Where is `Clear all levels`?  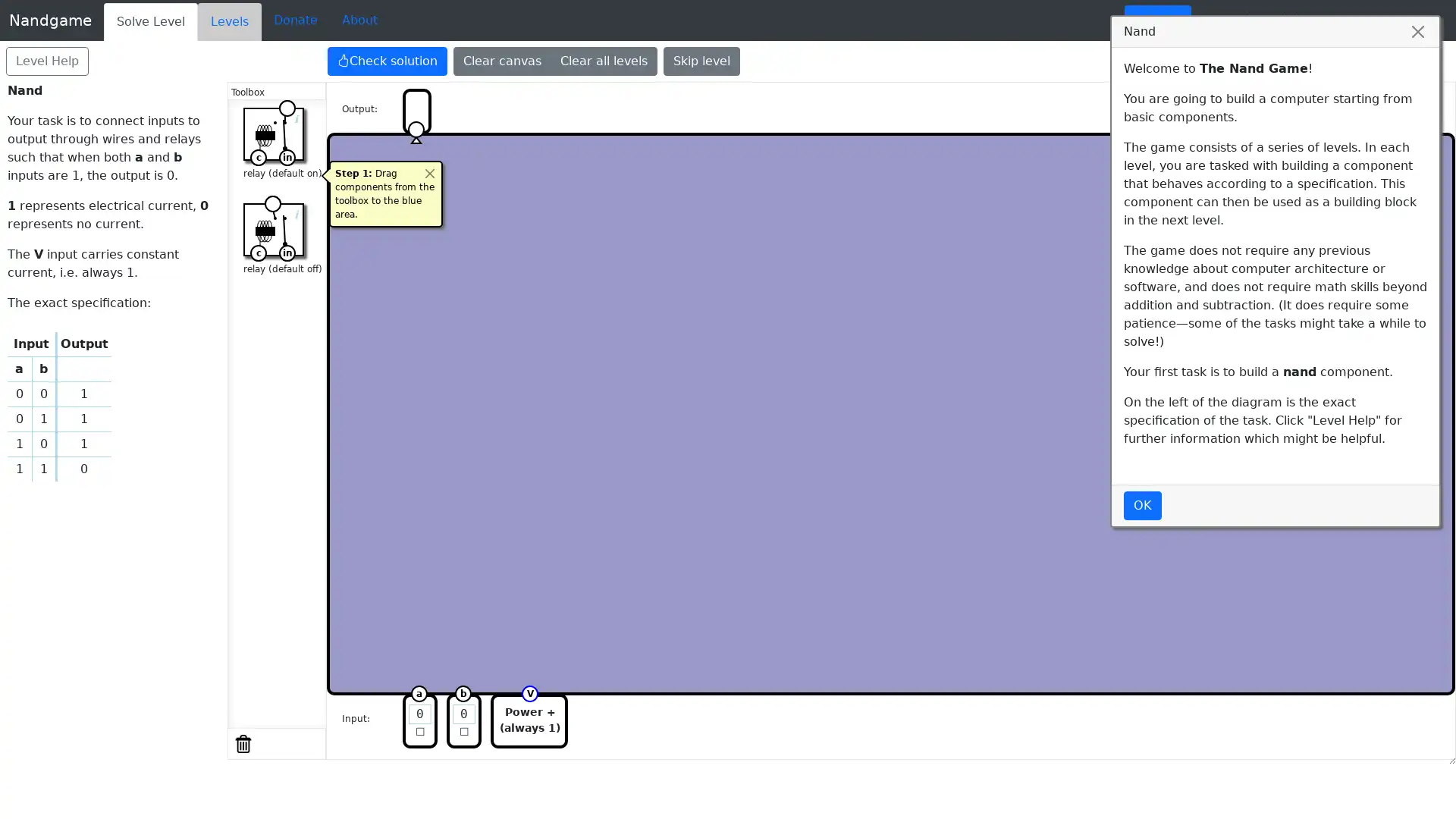 Clear all levels is located at coordinates (603, 61).